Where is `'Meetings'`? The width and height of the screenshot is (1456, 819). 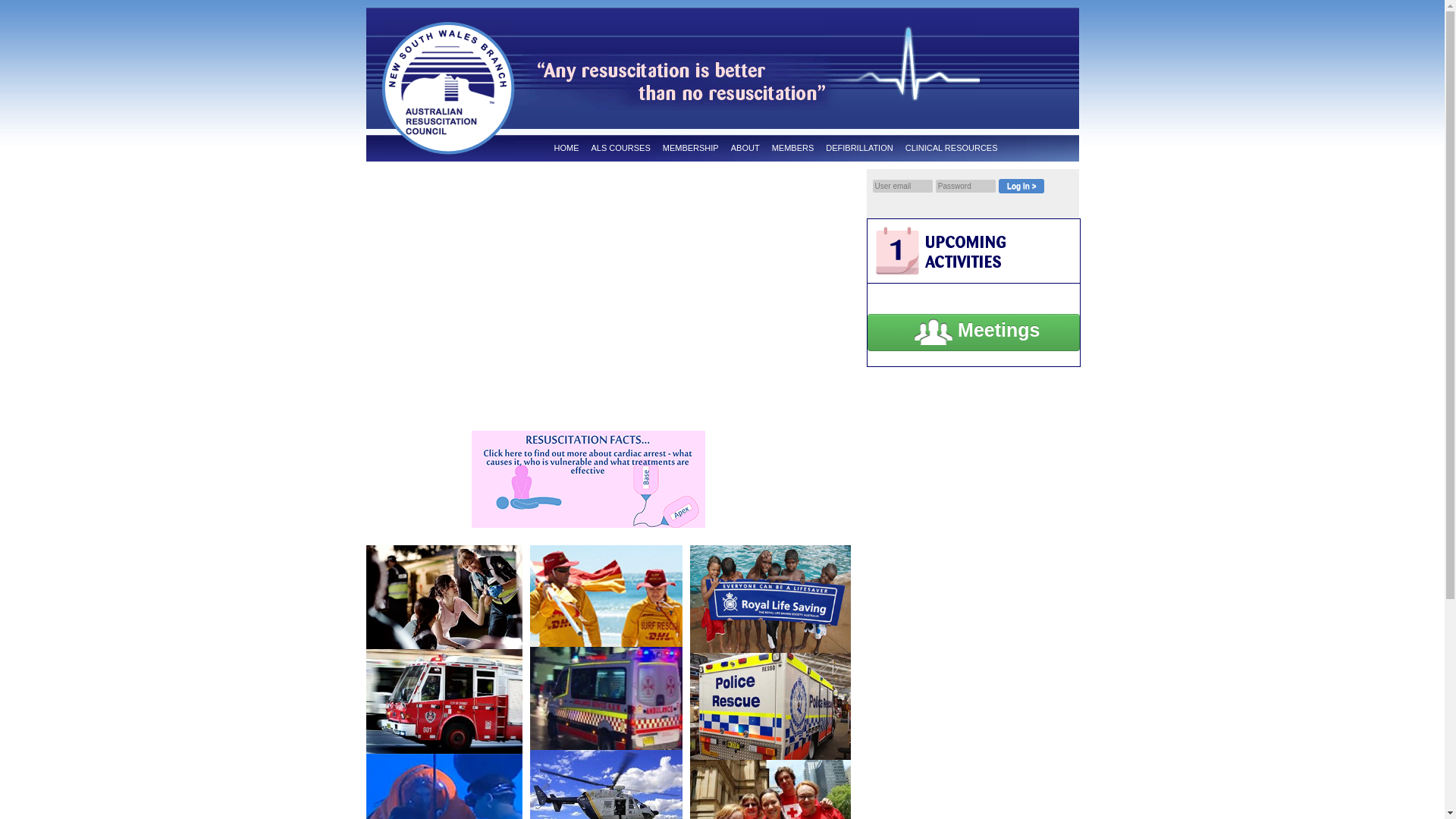
'Meetings' is located at coordinates (867, 331).